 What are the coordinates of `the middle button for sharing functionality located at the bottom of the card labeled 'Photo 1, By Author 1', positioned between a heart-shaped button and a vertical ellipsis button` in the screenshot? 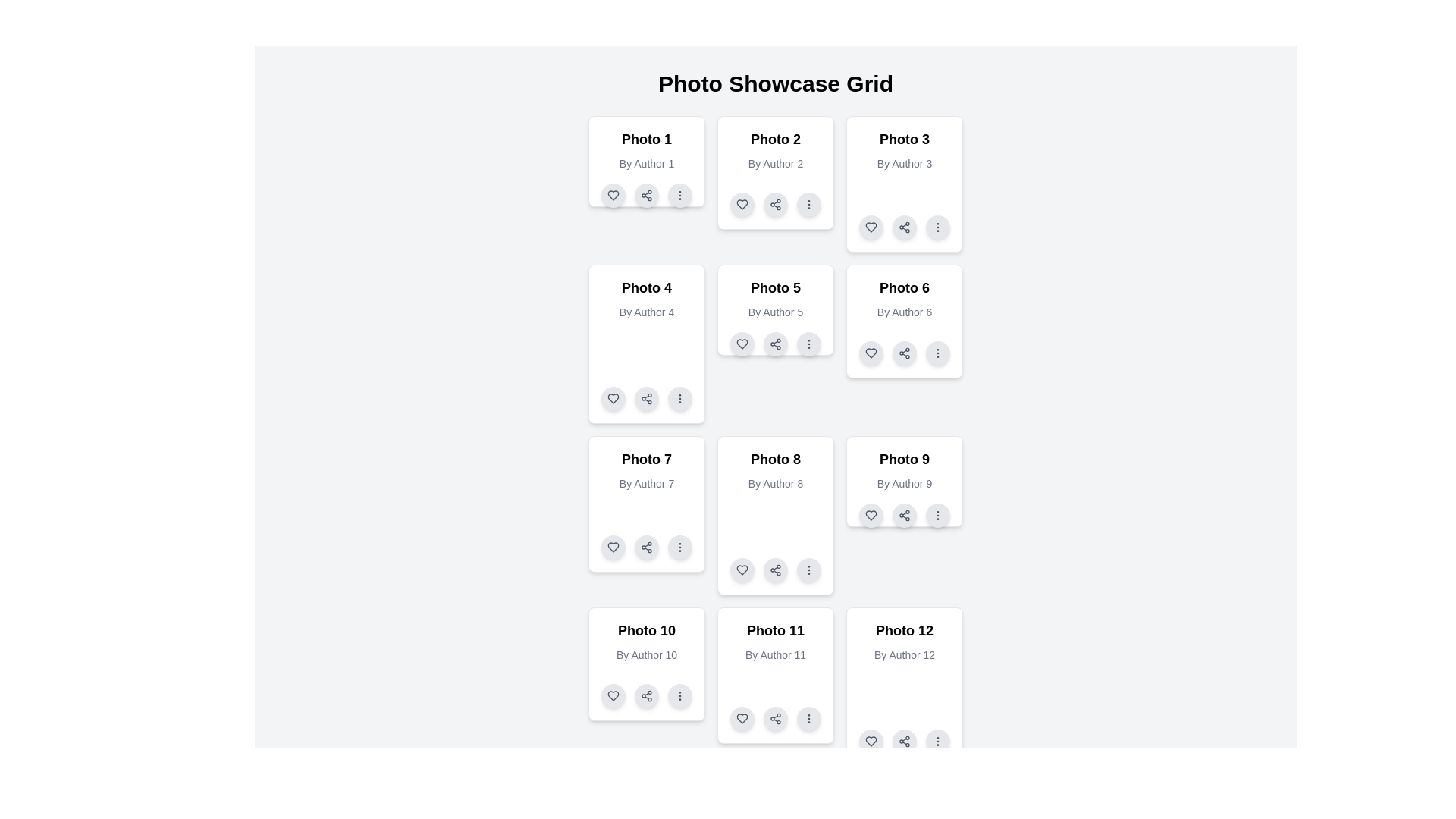 It's located at (647, 195).